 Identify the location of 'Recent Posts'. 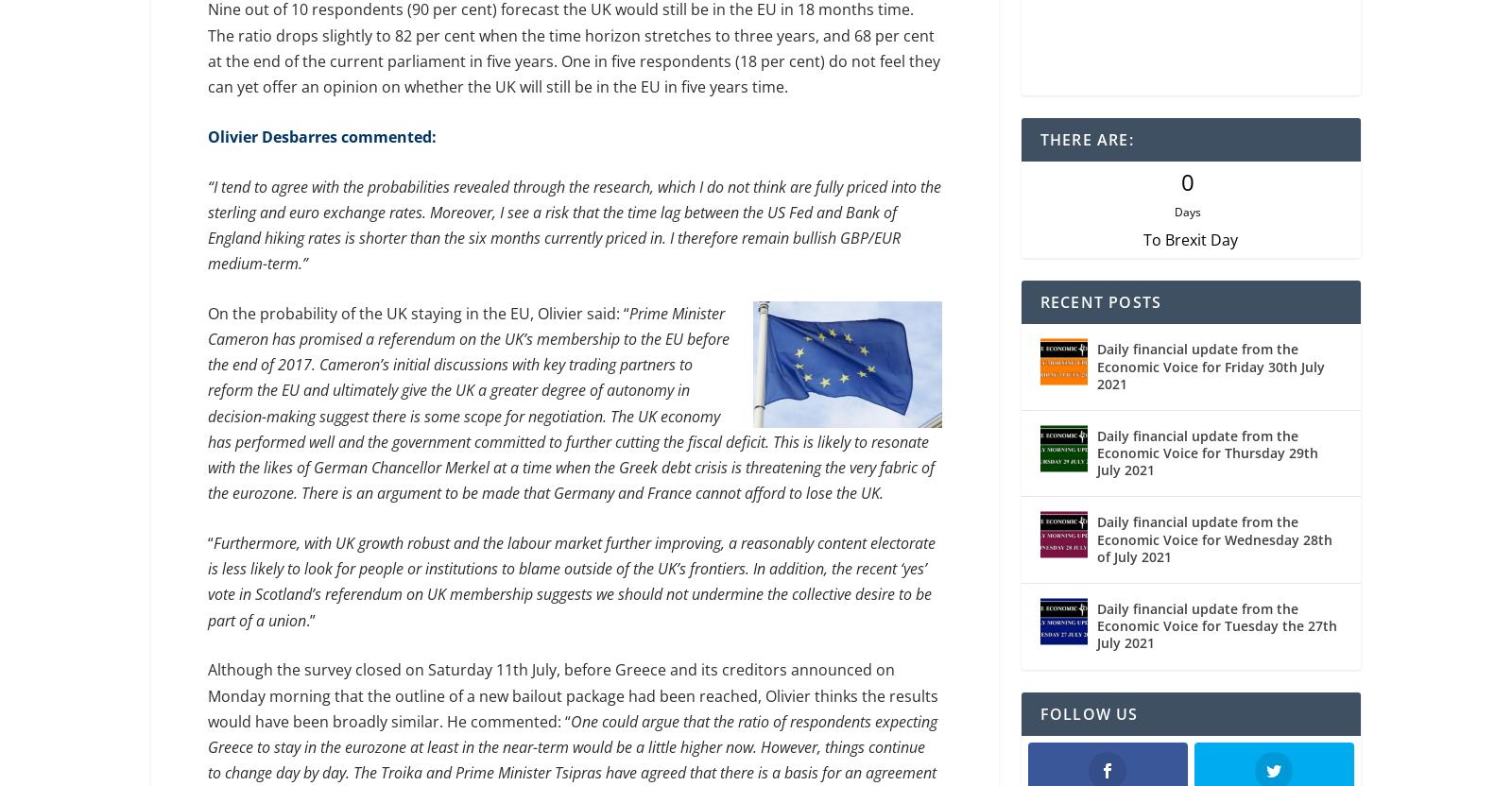
(1039, 304).